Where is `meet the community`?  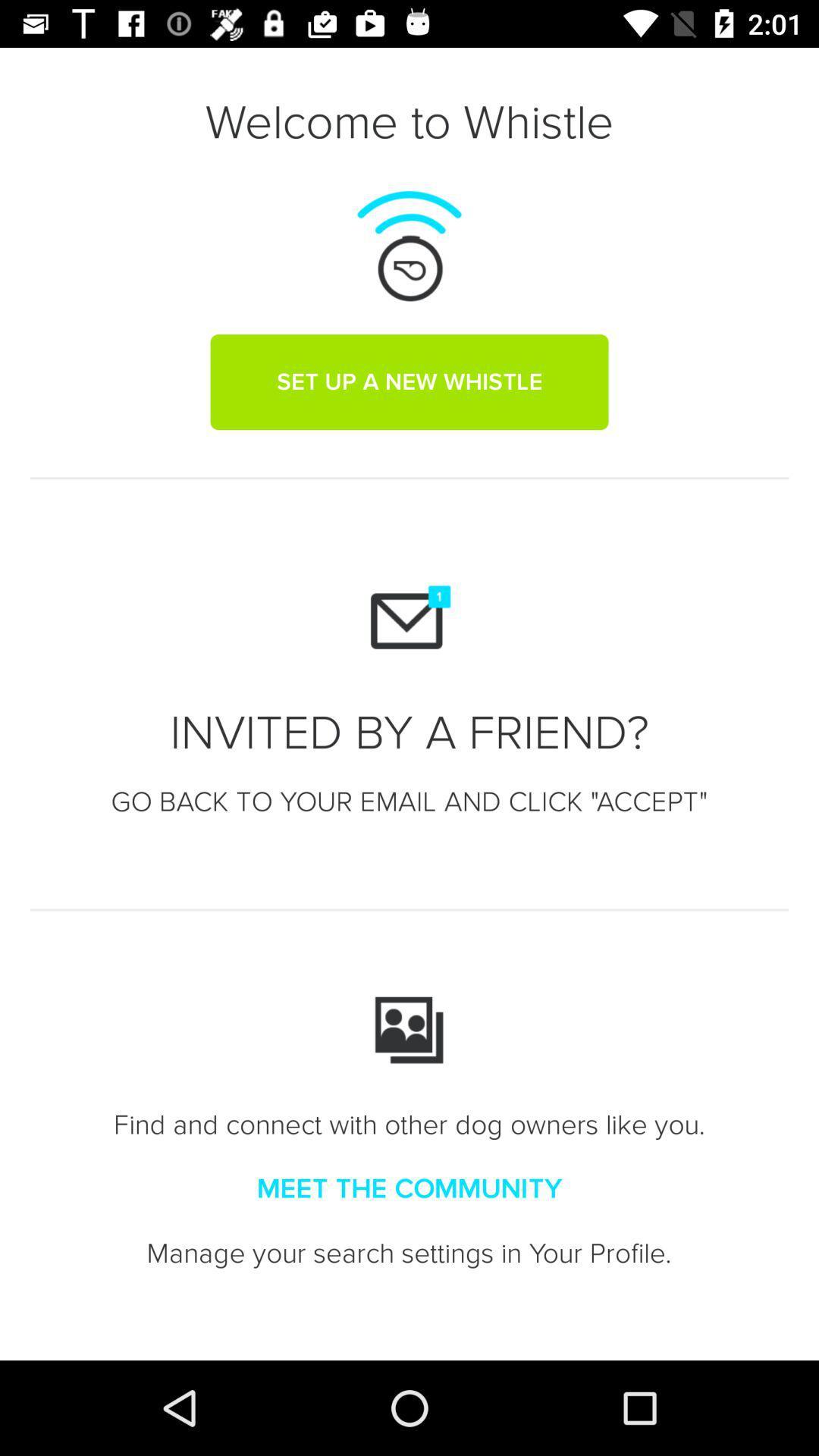 meet the community is located at coordinates (409, 1188).